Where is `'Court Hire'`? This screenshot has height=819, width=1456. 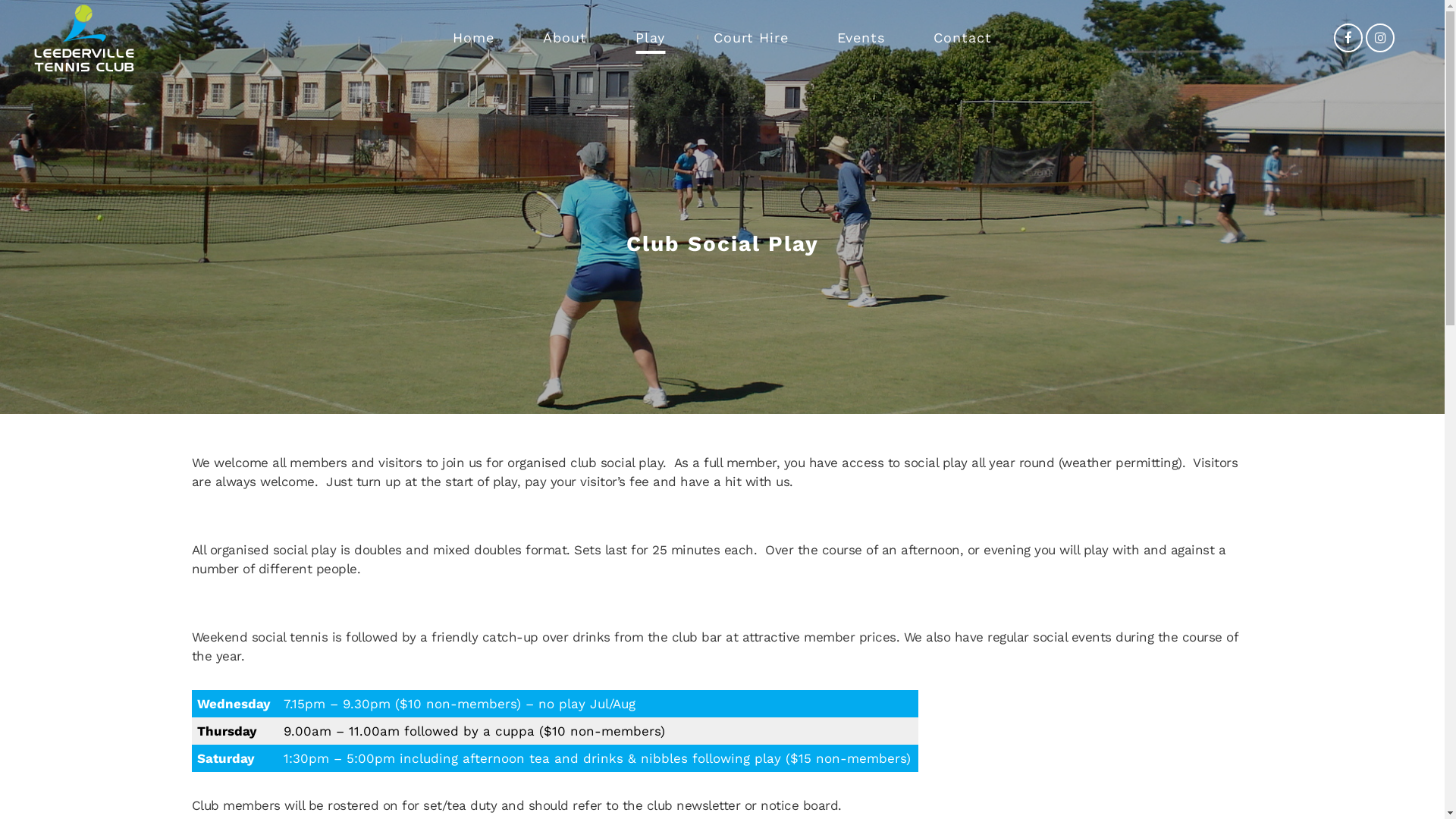 'Court Hire' is located at coordinates (751, 37).